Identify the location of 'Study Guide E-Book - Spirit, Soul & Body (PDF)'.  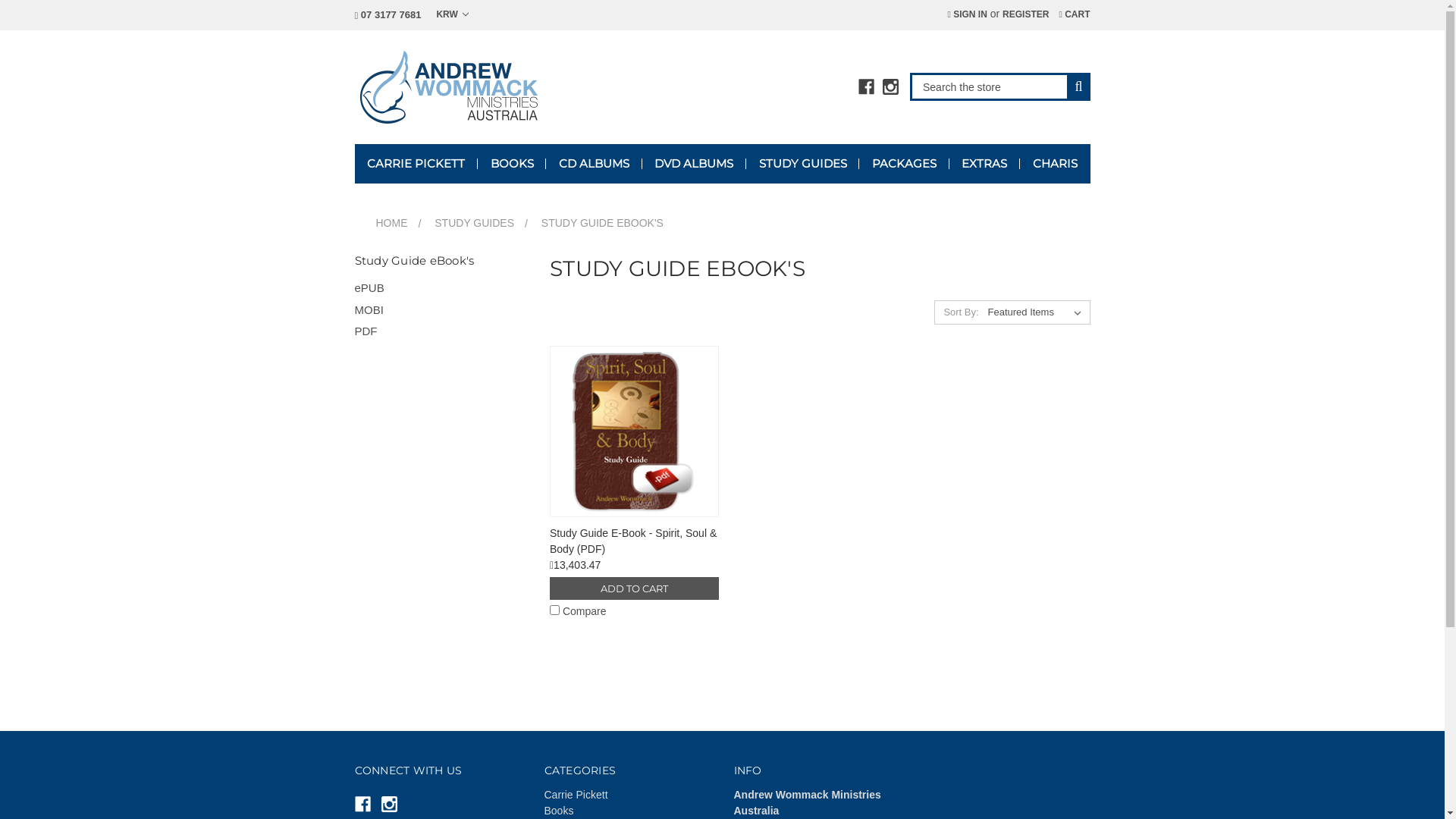
(634, 431).